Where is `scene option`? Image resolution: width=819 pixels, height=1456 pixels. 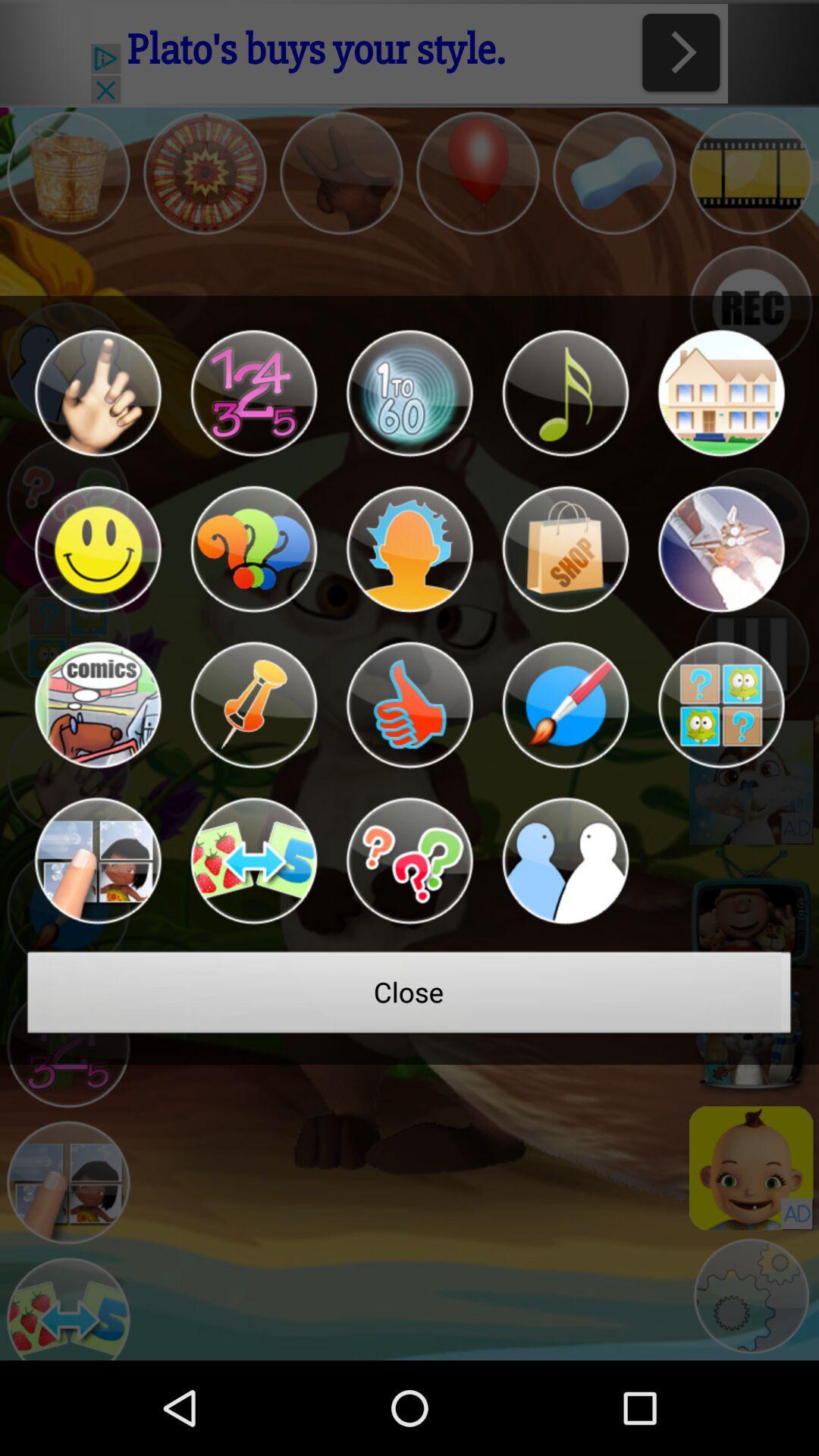
scene option is located at coordinates (720, 548).